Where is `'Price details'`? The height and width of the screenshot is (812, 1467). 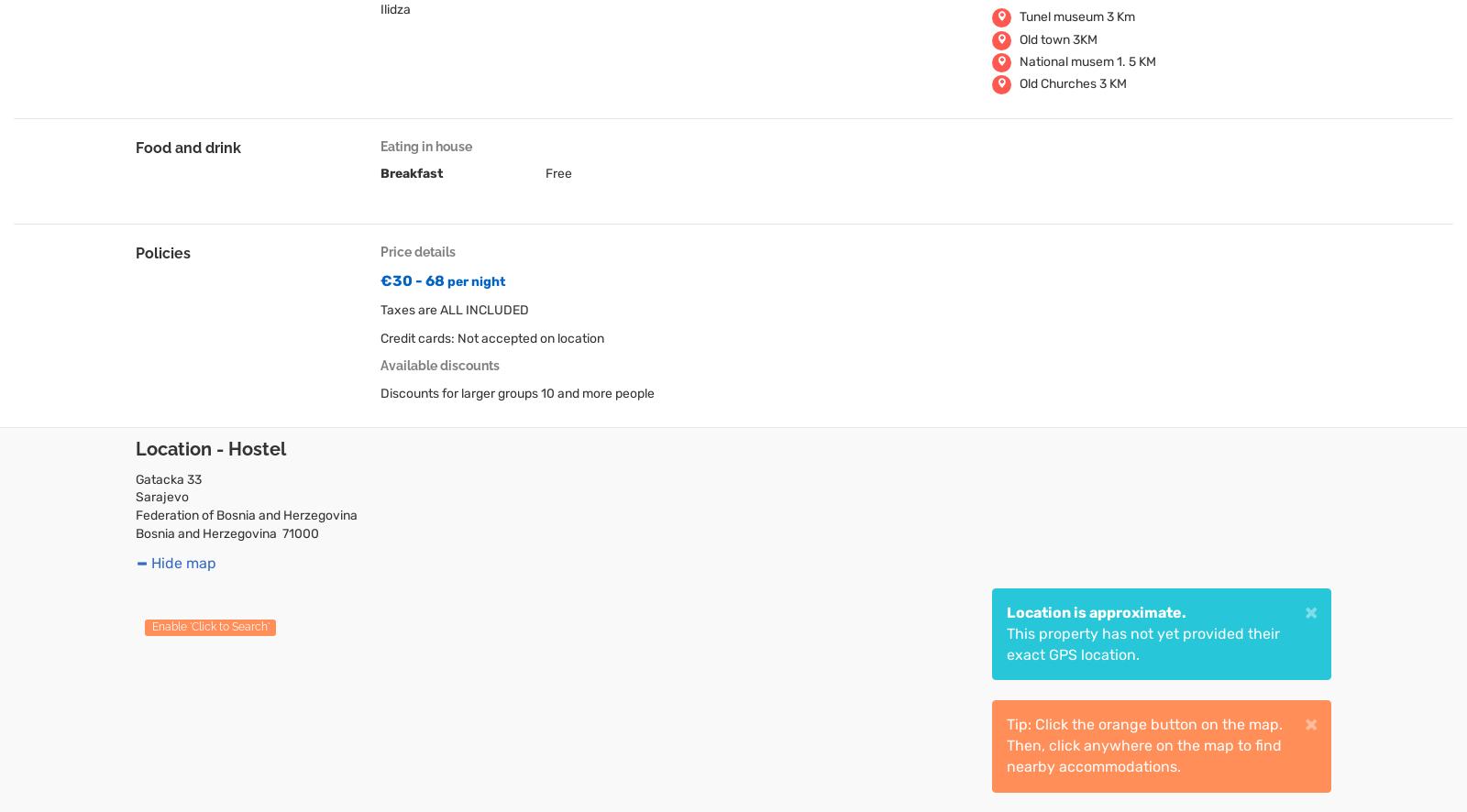
'Price details' is located at coordinates (416, 252).